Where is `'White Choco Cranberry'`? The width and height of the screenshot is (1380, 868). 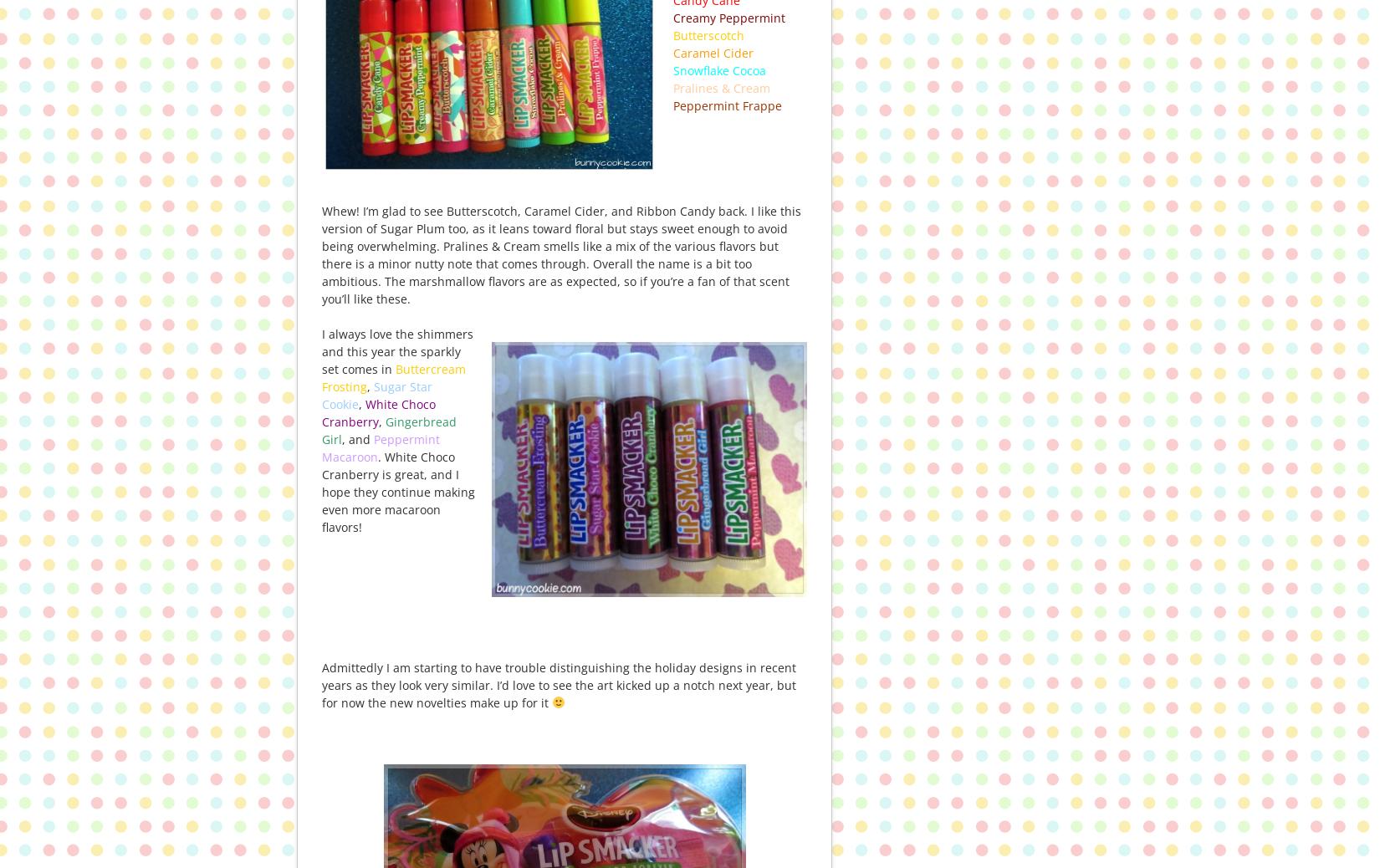
'White Choco Cranberry' is located at coordinates (377, 412).